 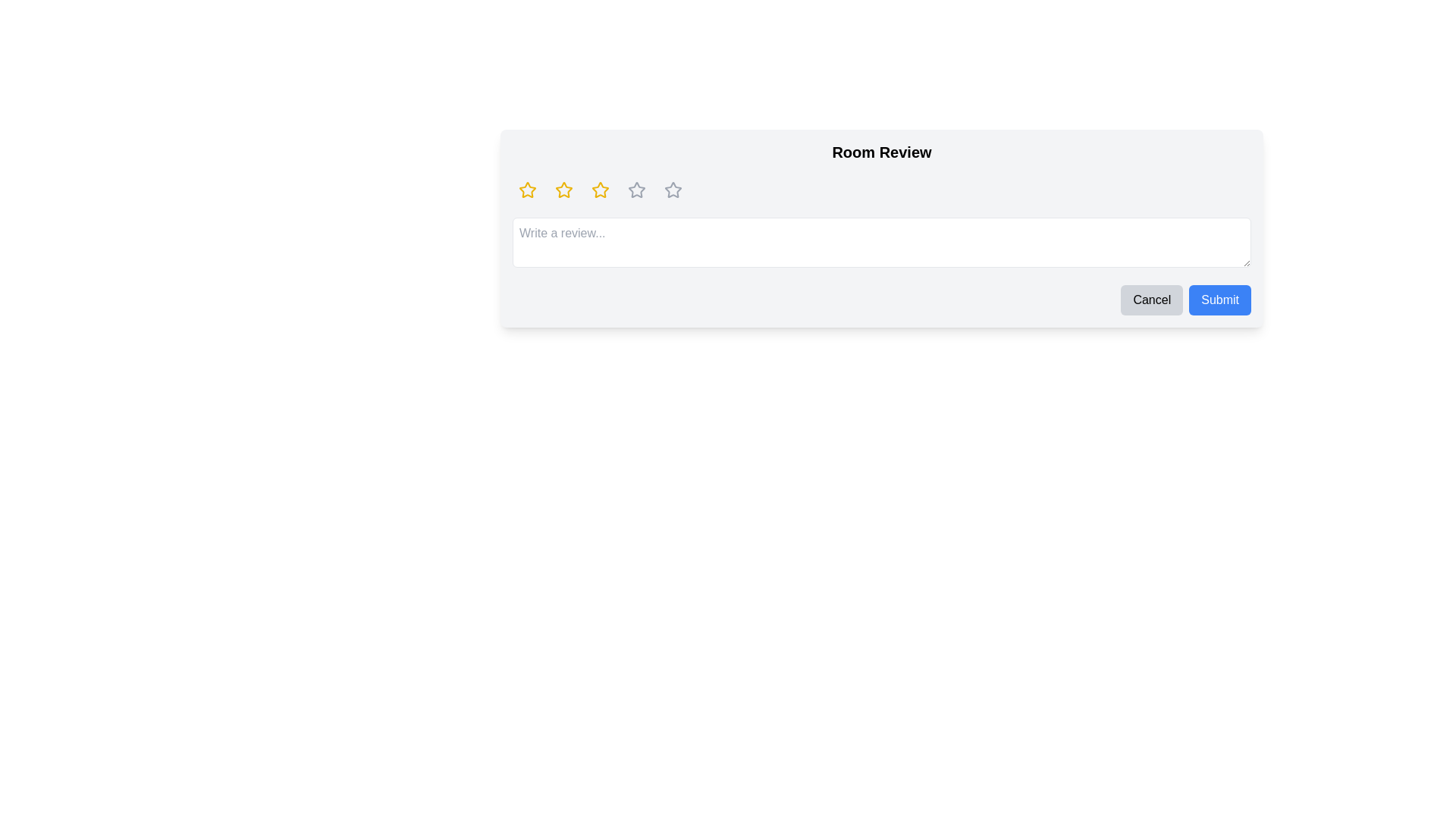 What do you see at coordinates (600, 189) in the screenshot?
I see `the third star in the rating system` at bounding box center [600, 189].